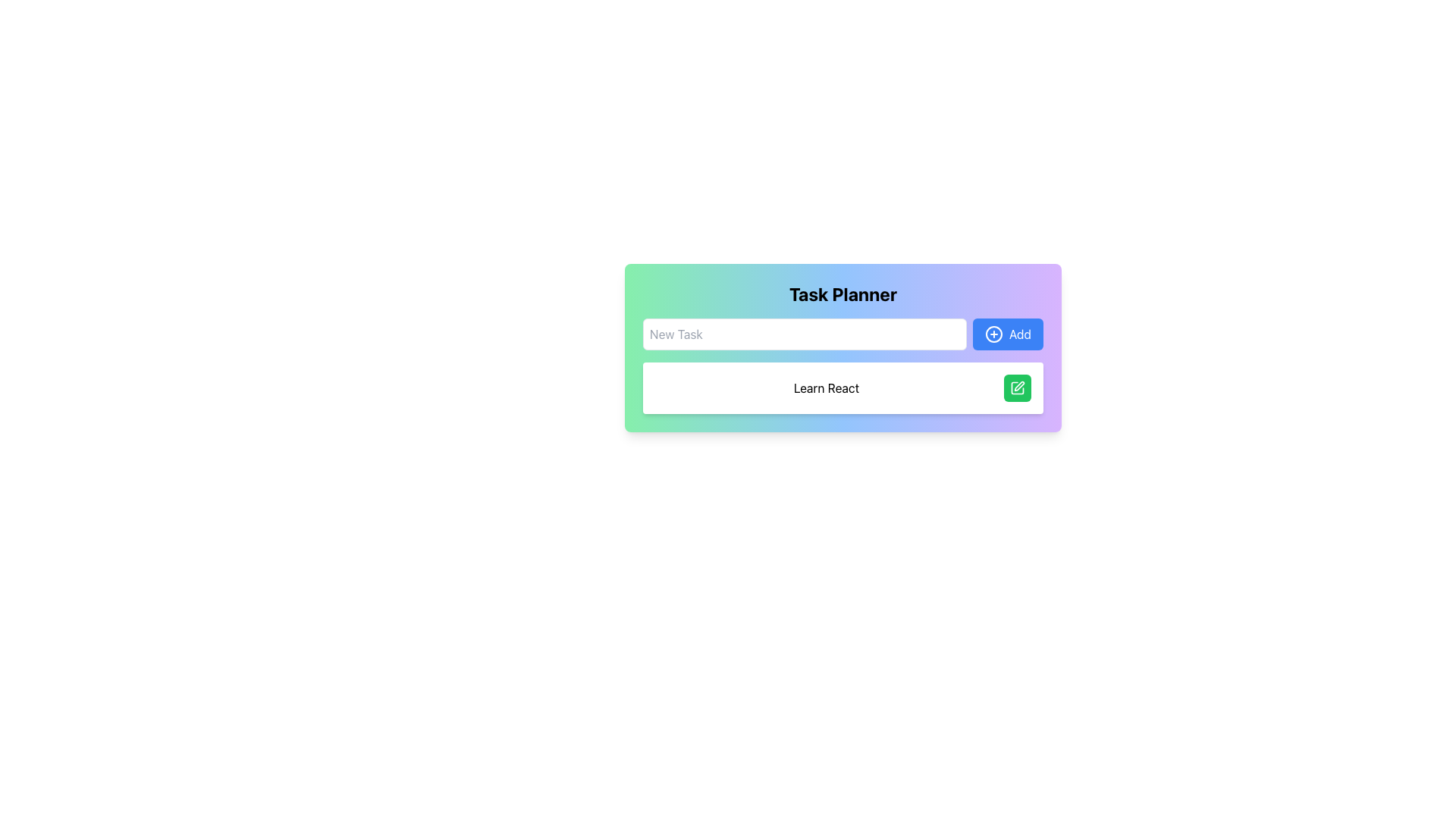 The height and width of the screenshot is (819, 1456). What do you see at coordinates (1018, 388) in the screenshot?
I see `the green rounded rectangular button with a white pen icon` at bounding box center [1018, 388].